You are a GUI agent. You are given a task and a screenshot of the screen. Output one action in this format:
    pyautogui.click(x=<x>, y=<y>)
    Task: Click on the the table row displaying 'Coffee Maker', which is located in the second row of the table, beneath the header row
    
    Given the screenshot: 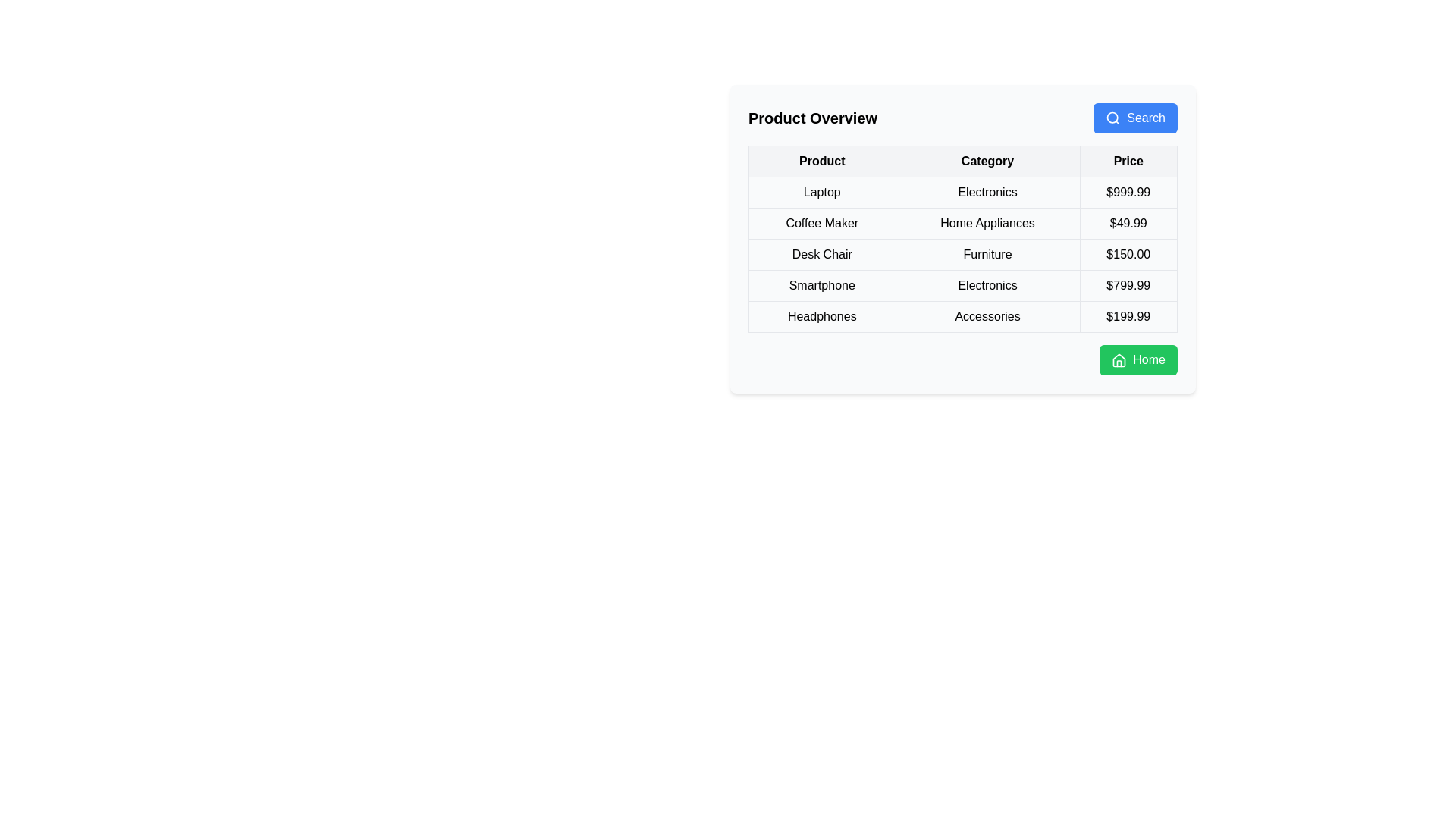 What is the action you would take?
    pyautogui.click(x=962, y=223)
    